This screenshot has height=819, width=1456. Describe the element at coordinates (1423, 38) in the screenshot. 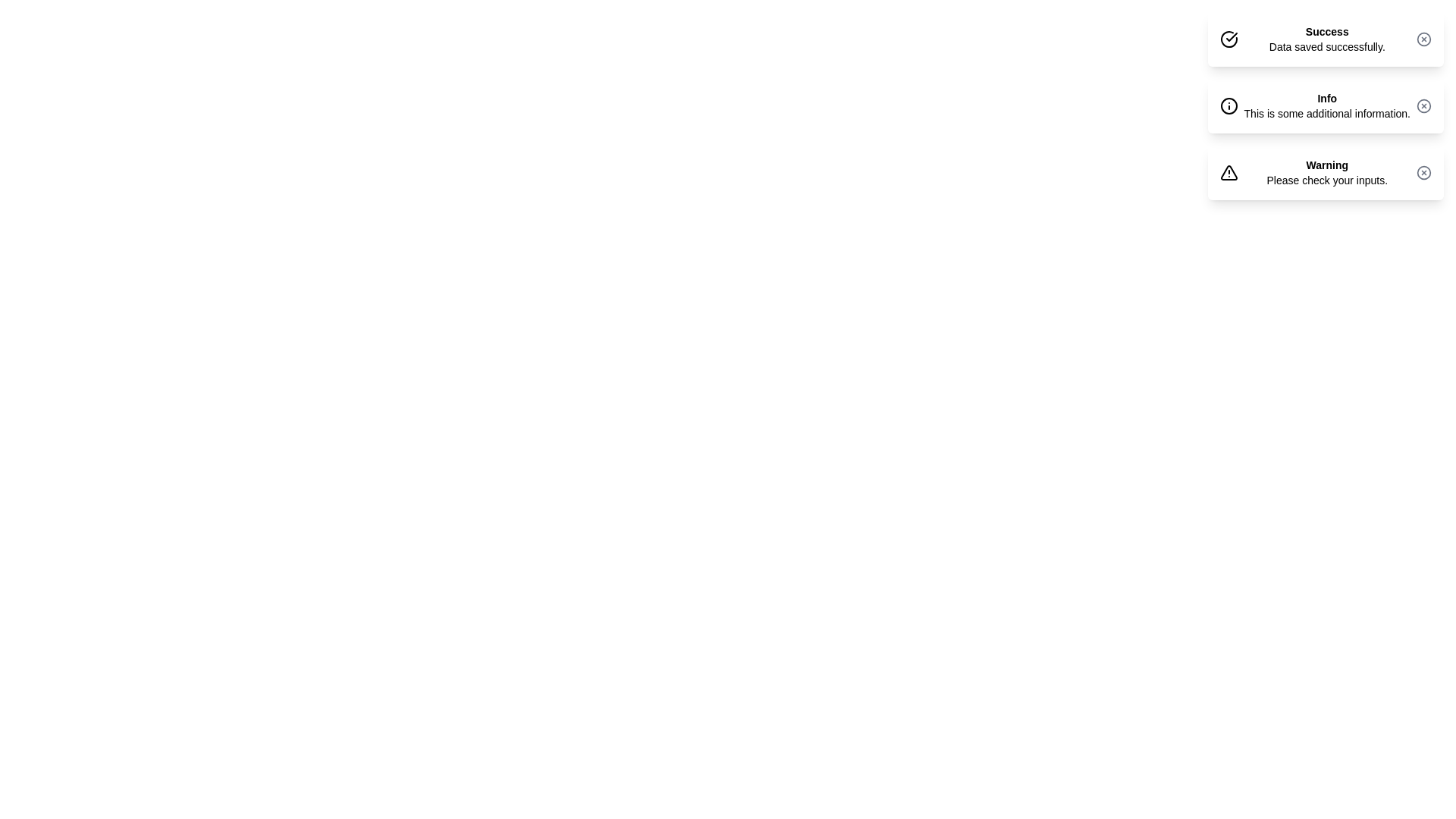

I see `properties of the SVG circle element that acts as a close icon for dismissing the notification labeled 'Success Data saved successfully.'` at that location.